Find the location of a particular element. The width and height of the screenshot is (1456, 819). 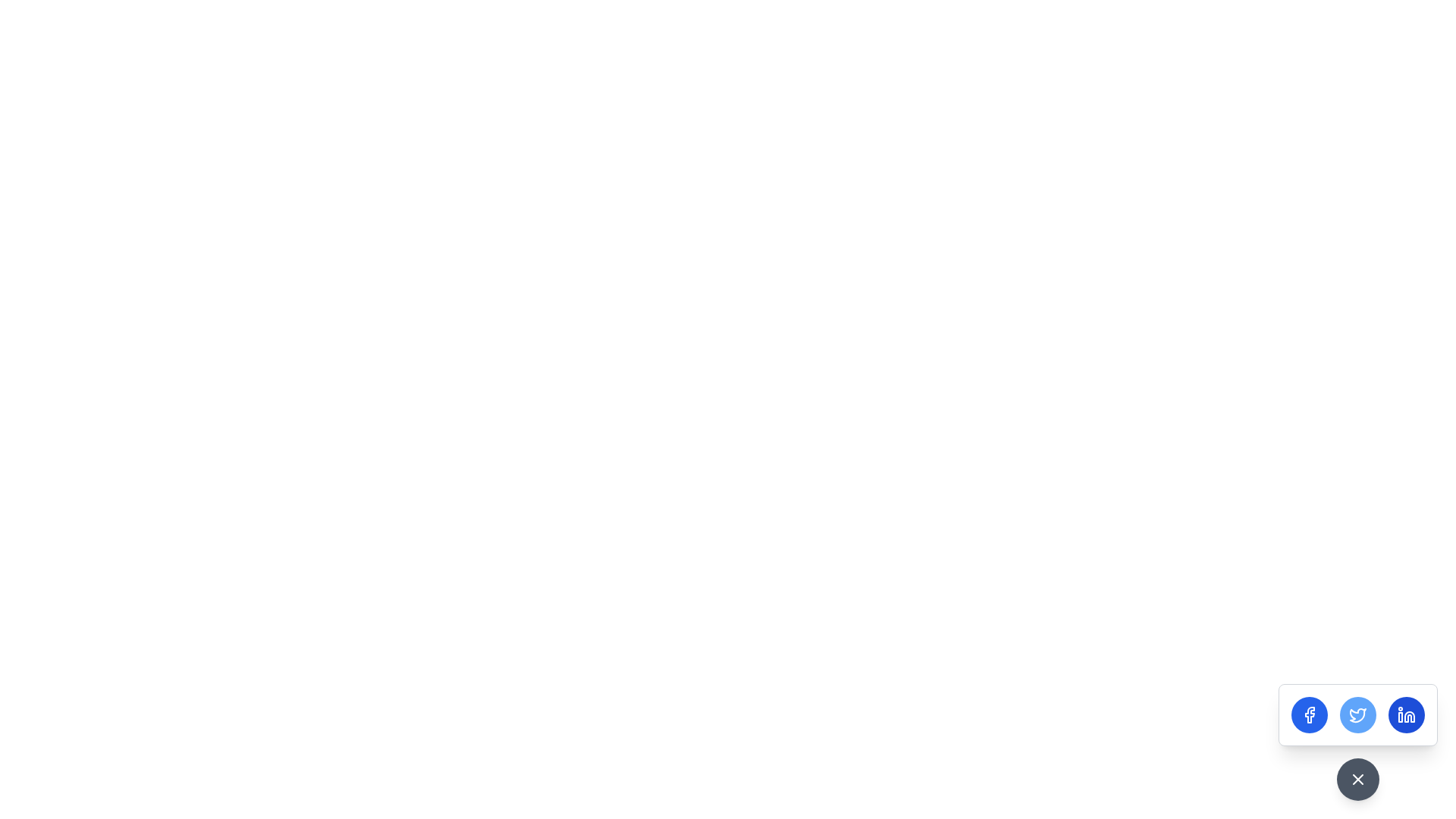

the 'X' icon button, which is a white icon on a circular dark gray background located in the bottom-right corner of the interface is located at coordinates (1357, 780).